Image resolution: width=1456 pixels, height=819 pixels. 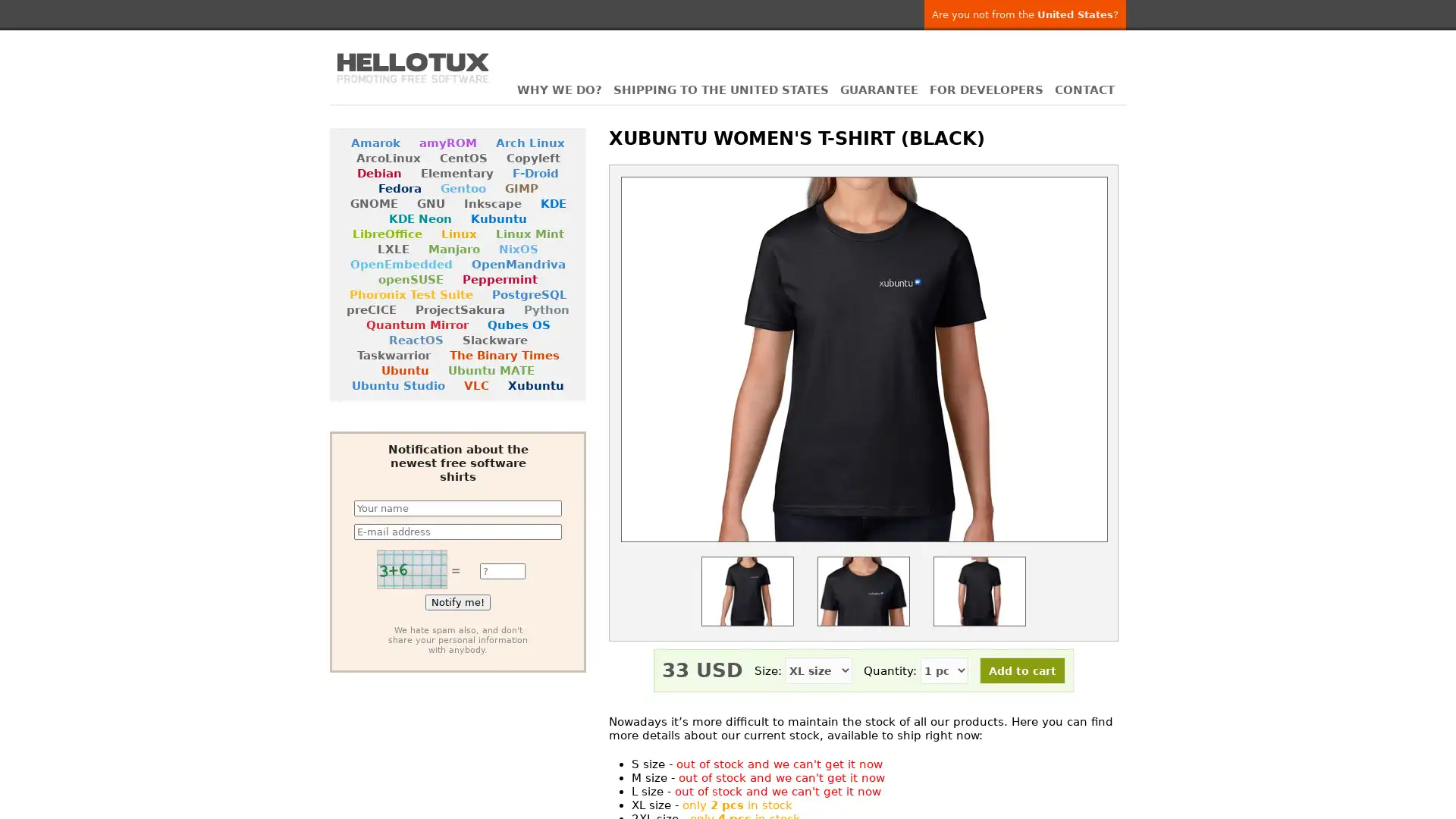 I want to click on Add to cart, so click(x=1022, y=670).